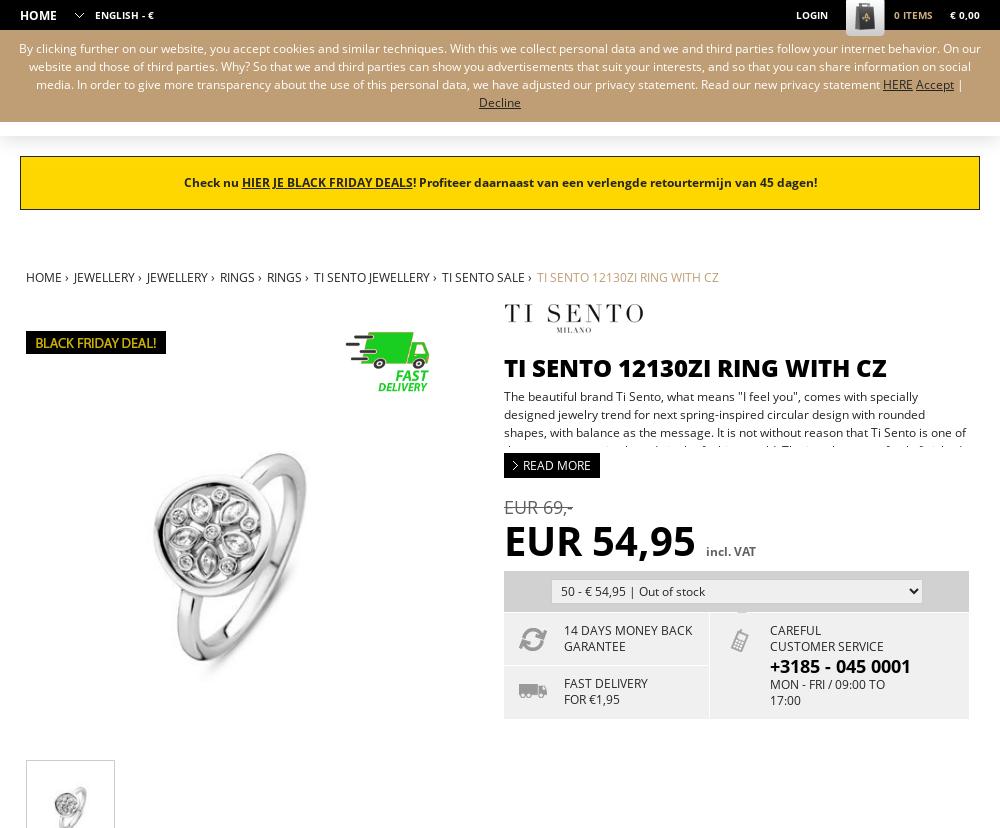  I want to click on 'Ti Sento sale', so click(441, 277).